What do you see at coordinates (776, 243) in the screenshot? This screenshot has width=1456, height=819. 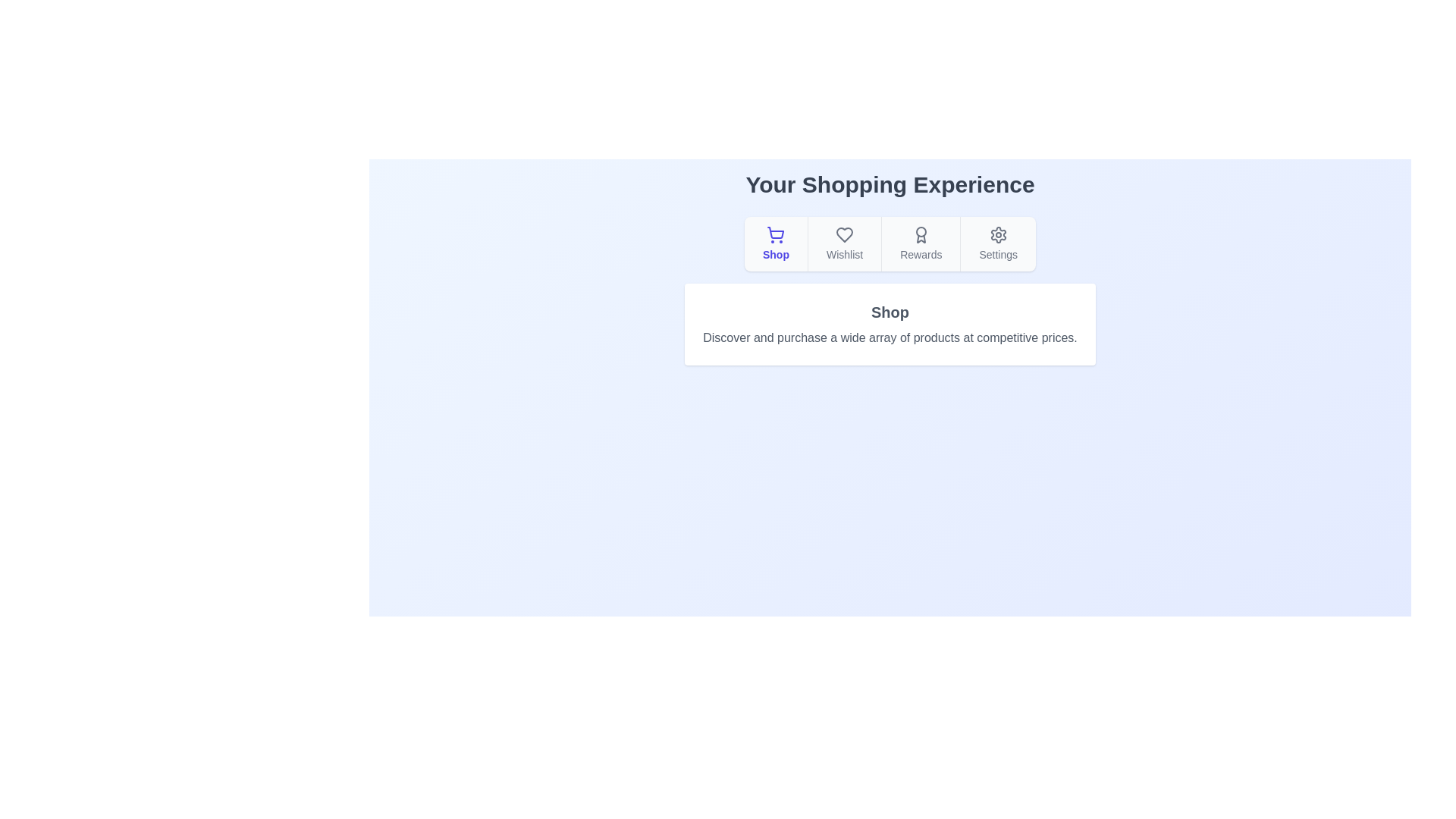 I see `the tab labeled Shop` at bounding box center [776, 243].